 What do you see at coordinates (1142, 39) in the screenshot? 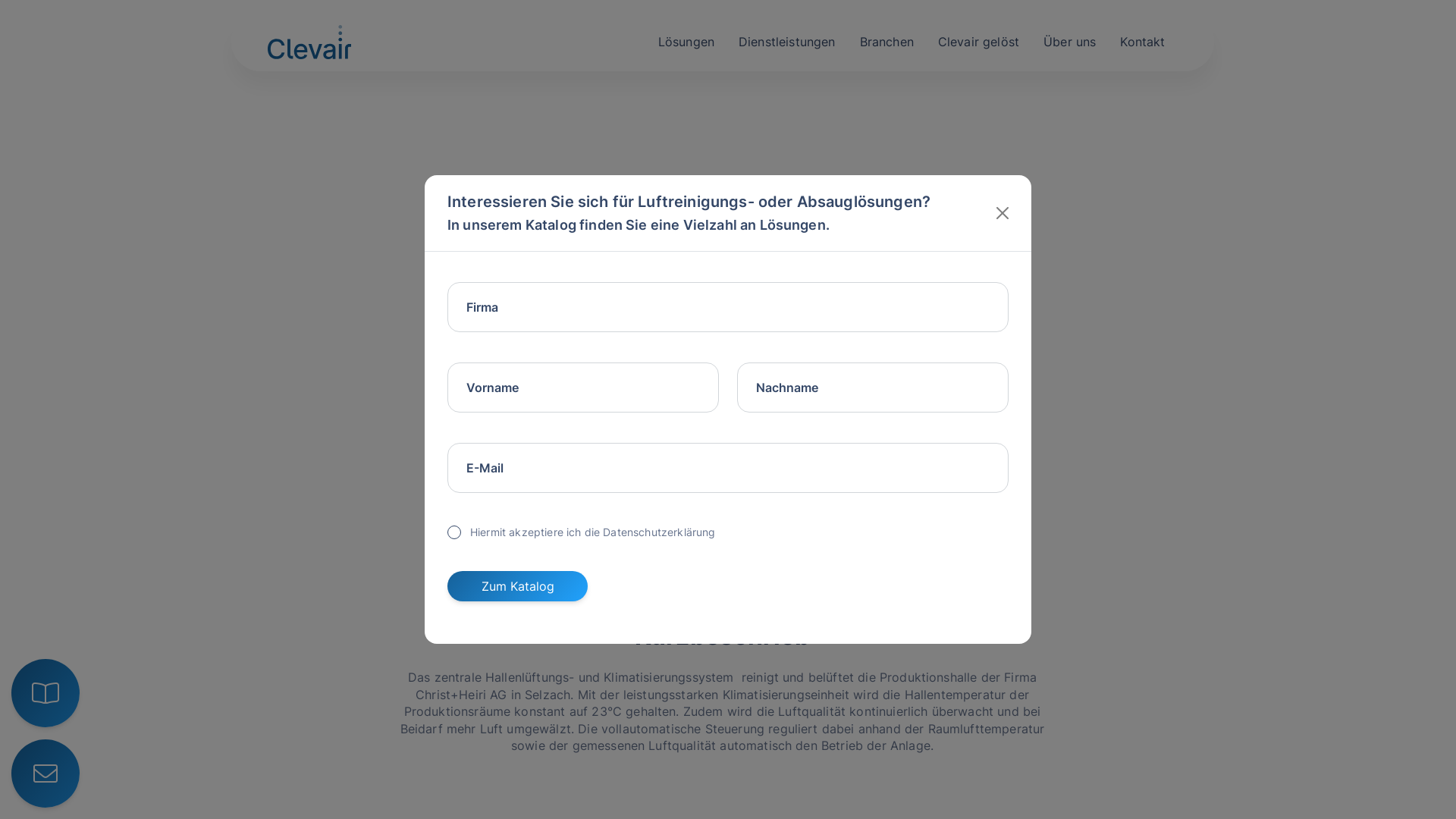
I see `'Kontakt'` at bounding box center [1142, 39].